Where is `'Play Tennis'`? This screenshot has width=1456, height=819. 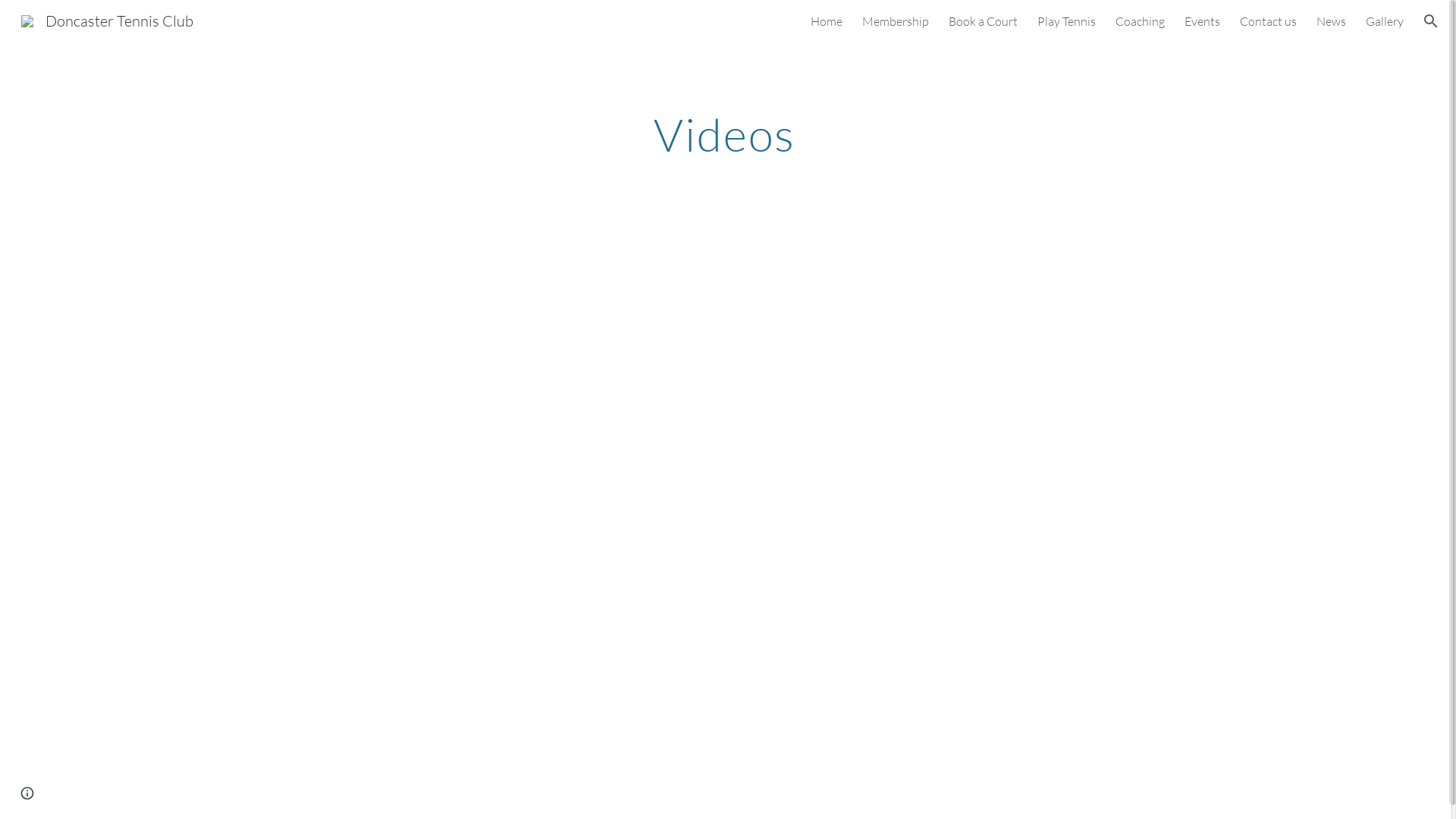 'Play Tennis' is located at coordinates (1065, 20).